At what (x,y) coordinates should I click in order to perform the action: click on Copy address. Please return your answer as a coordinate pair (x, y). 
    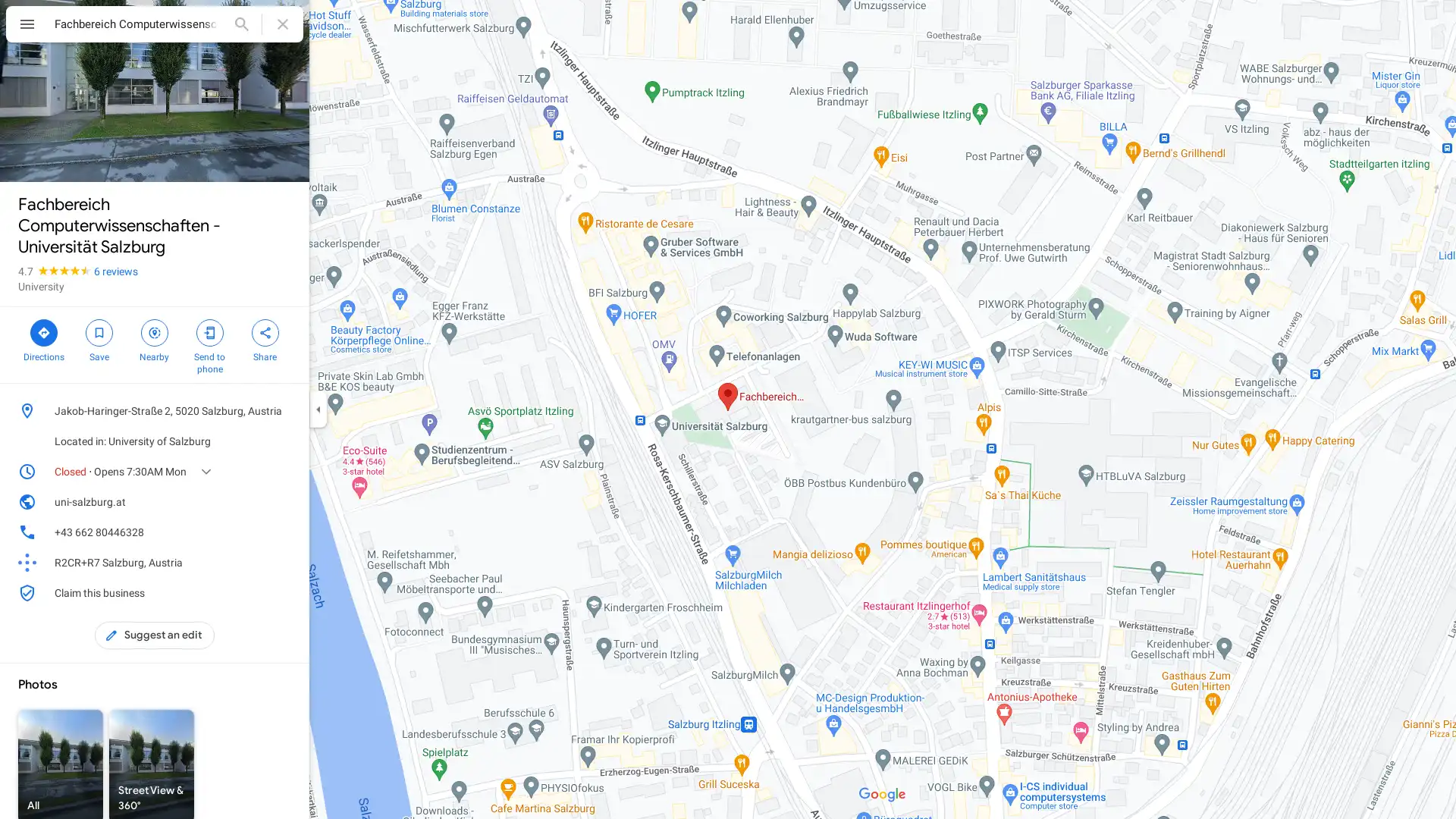
    Looking at the image, I should click on (284, 411).